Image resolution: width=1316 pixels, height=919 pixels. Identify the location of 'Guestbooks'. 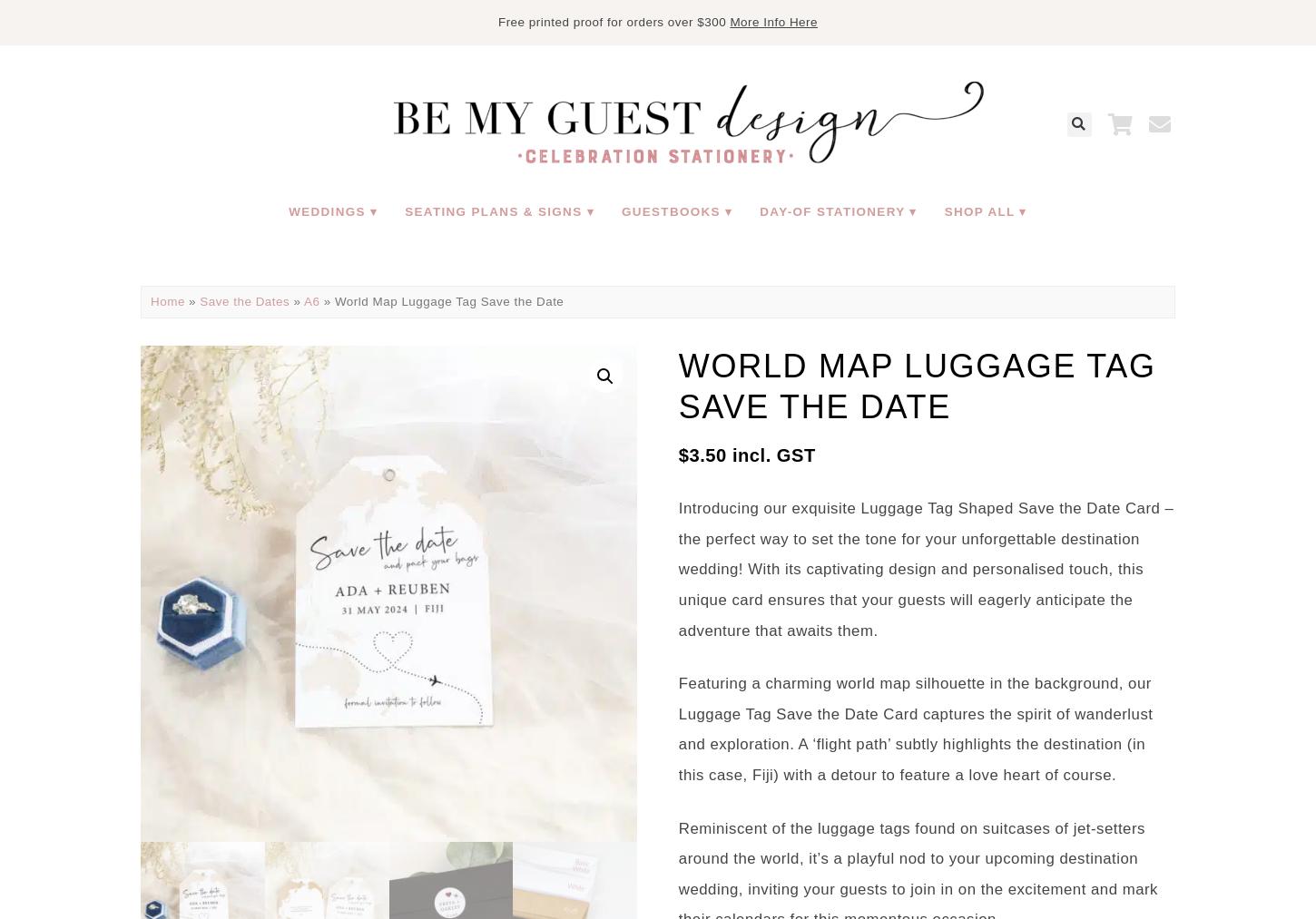
(670, 210).